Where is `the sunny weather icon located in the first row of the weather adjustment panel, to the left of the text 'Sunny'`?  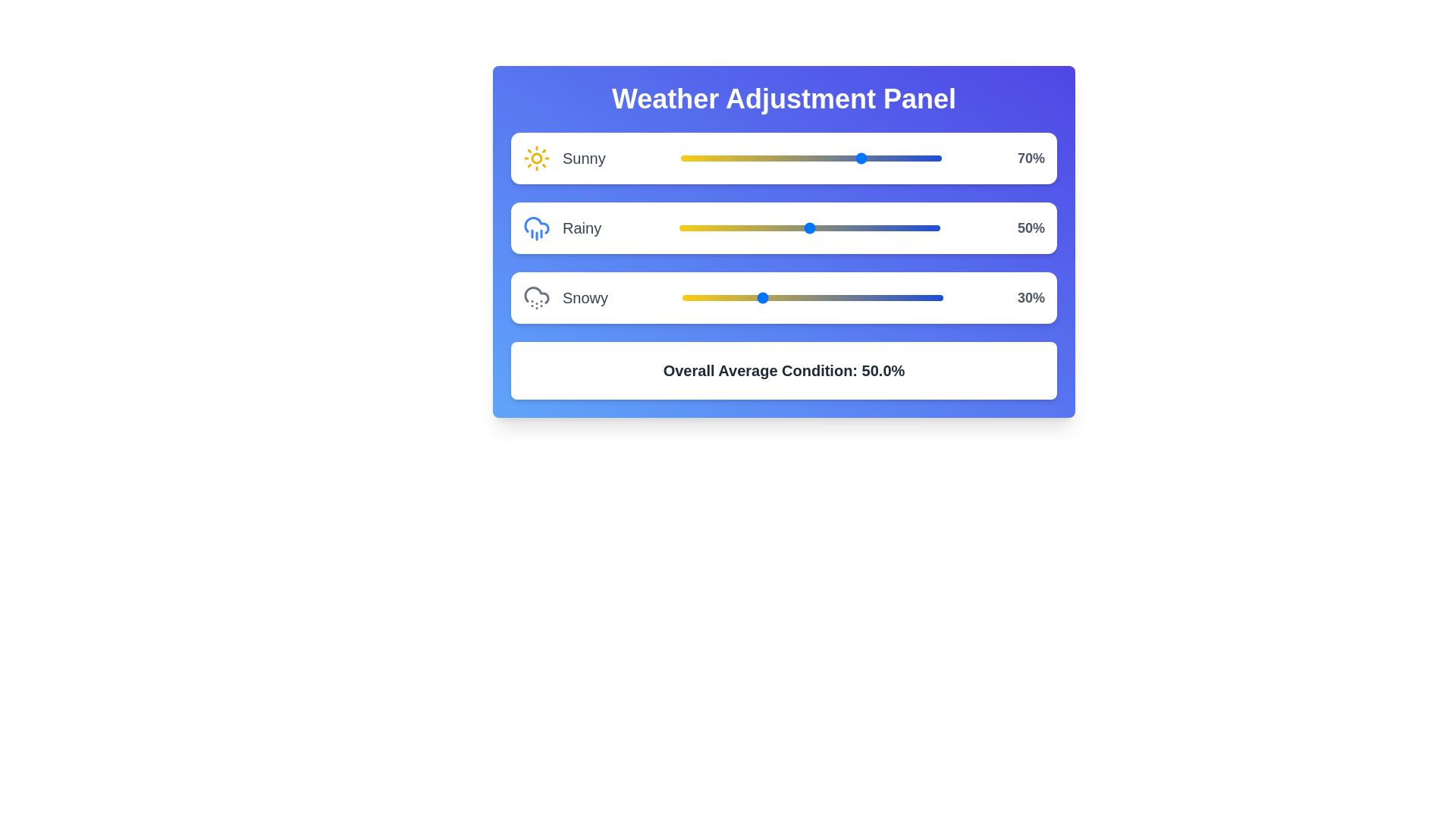 the sunny weather icon located in the first row of the weather adjustment panel, to the left of the text 'Sunny' is located at coordinates (537, 158).